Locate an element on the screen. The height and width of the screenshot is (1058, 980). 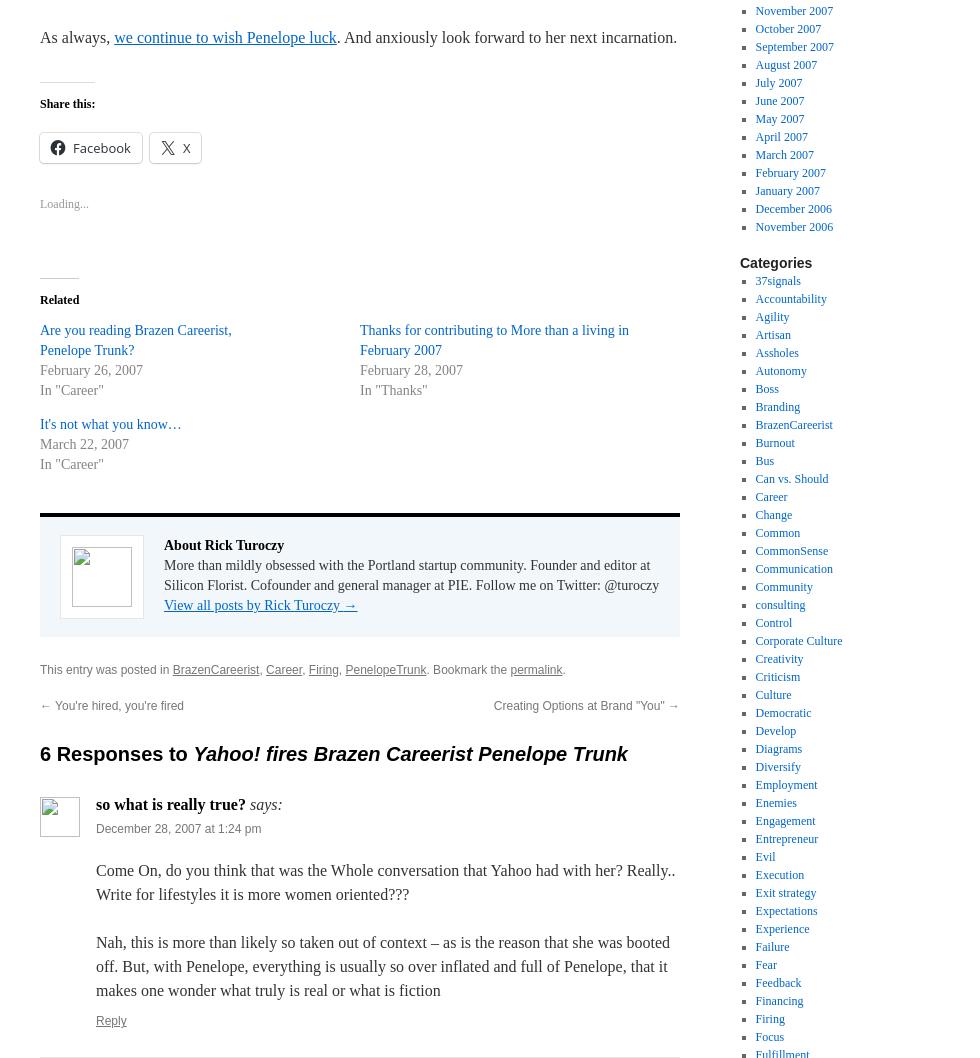
'Criticism' is located at coordinates (777, 676).